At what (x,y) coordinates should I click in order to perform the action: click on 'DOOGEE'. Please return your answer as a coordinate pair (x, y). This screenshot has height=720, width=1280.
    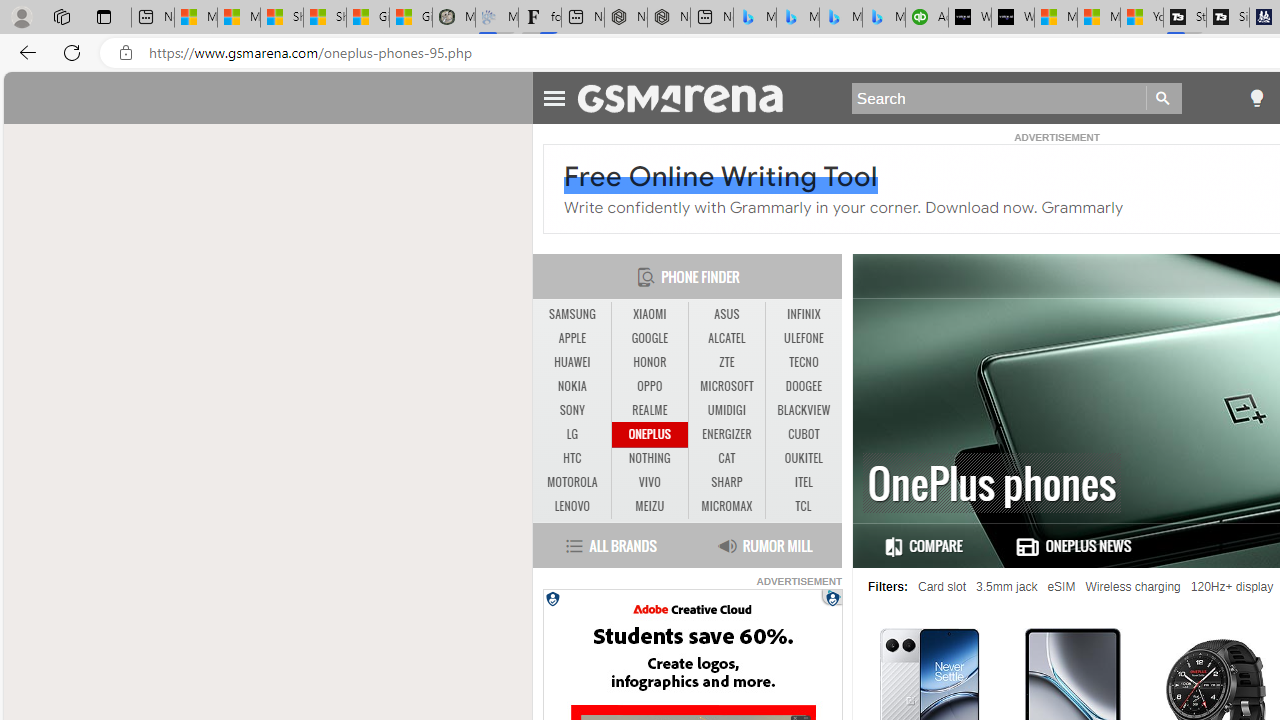
    Looking at the image, I should click on (803, 386).